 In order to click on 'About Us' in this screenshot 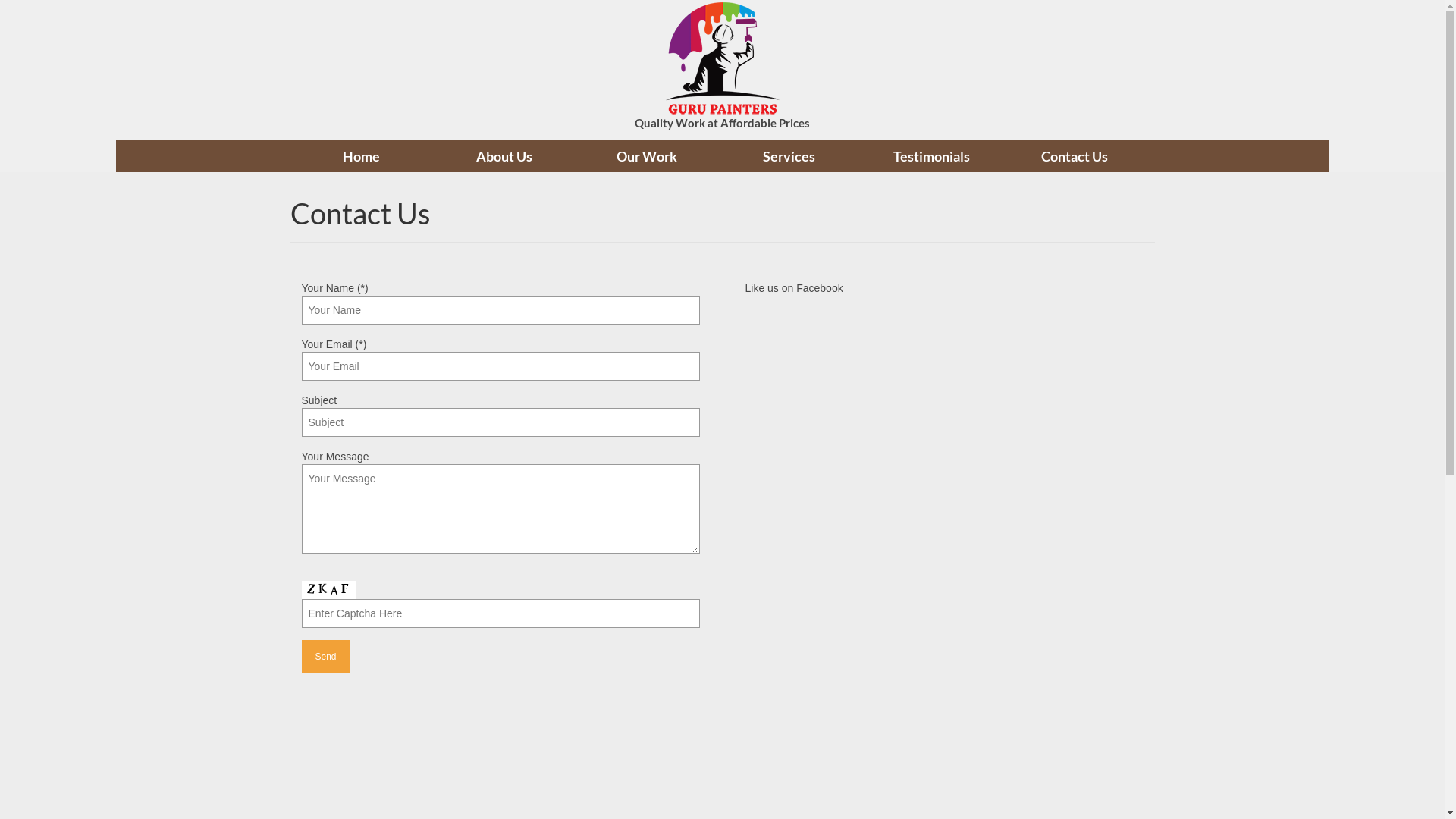, I will do `click(432, 155)`.